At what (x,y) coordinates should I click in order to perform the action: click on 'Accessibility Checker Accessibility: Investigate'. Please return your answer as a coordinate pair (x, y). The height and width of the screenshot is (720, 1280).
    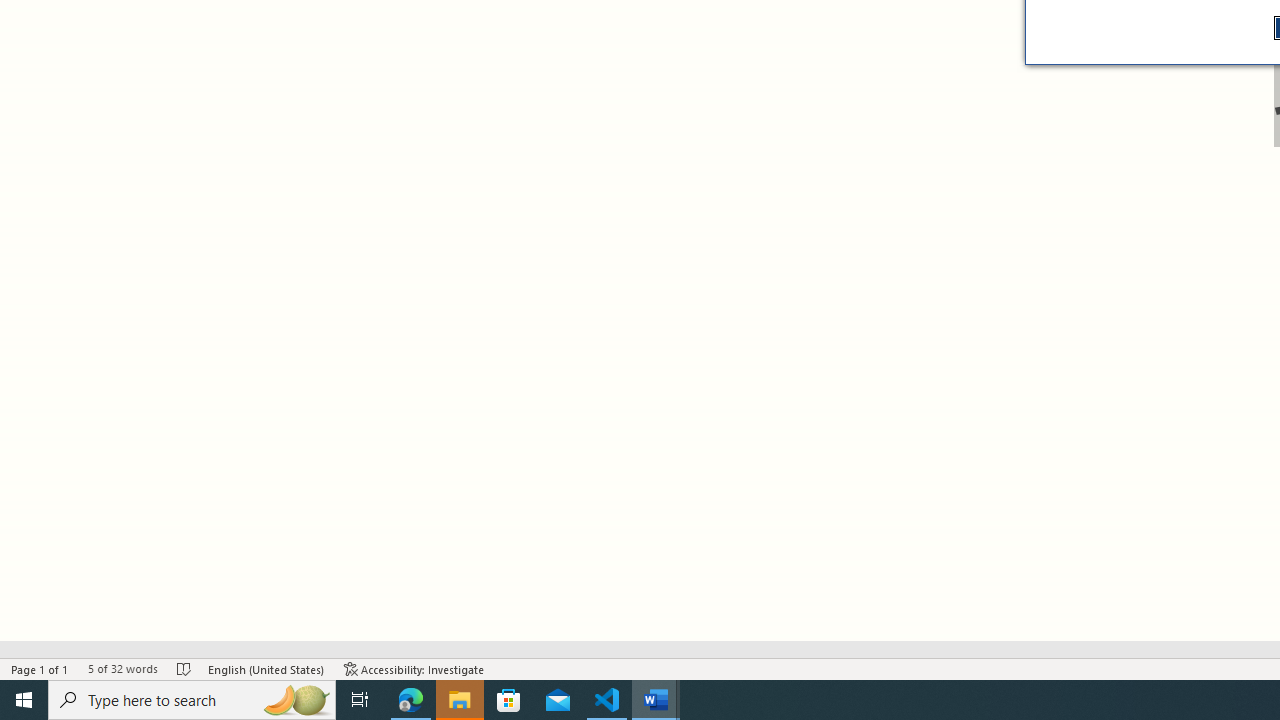
    Looking at the image, I should click on (413, 669).